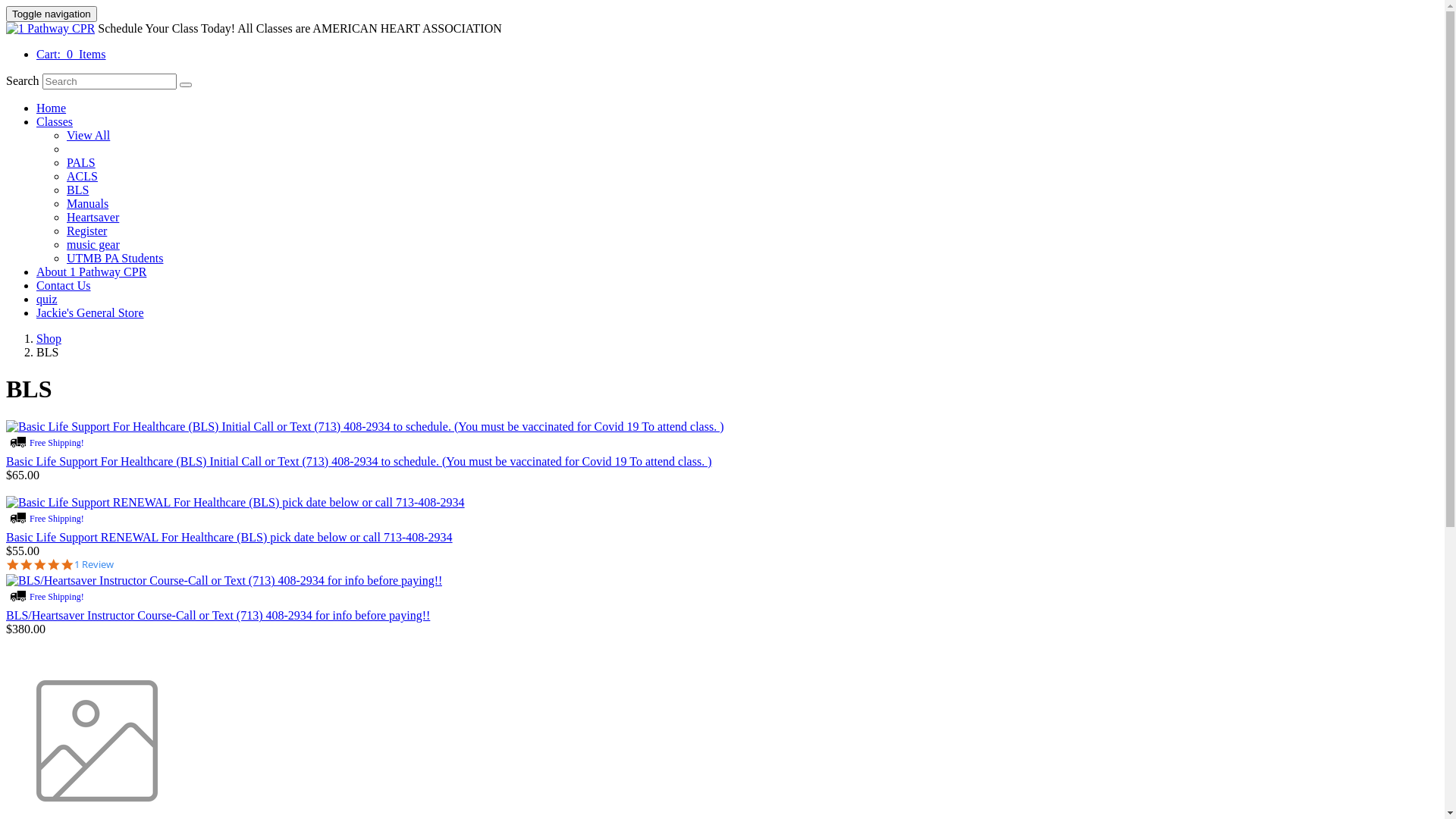 The height and width of the screenshot is (819, 1456). What do you see at coordinates (86, 231) in the screenshot?
I see `'Register'` at bounding box center [86, 231].